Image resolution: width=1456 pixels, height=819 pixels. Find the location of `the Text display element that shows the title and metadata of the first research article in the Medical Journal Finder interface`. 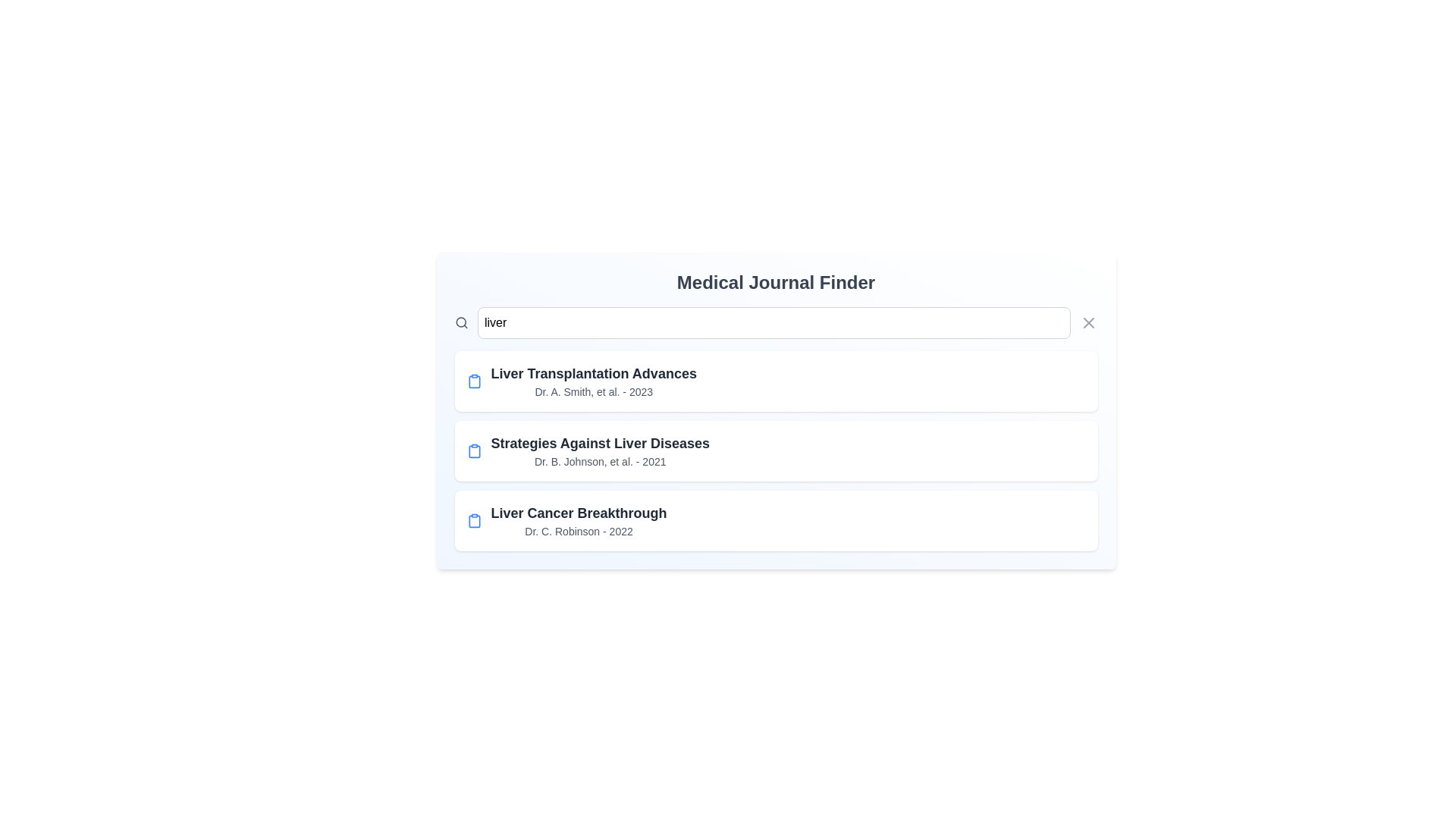

the Text display element that shows the title and metadata of the first research article in the Medical Journal Finder interface is located at coordinates (593, 380).